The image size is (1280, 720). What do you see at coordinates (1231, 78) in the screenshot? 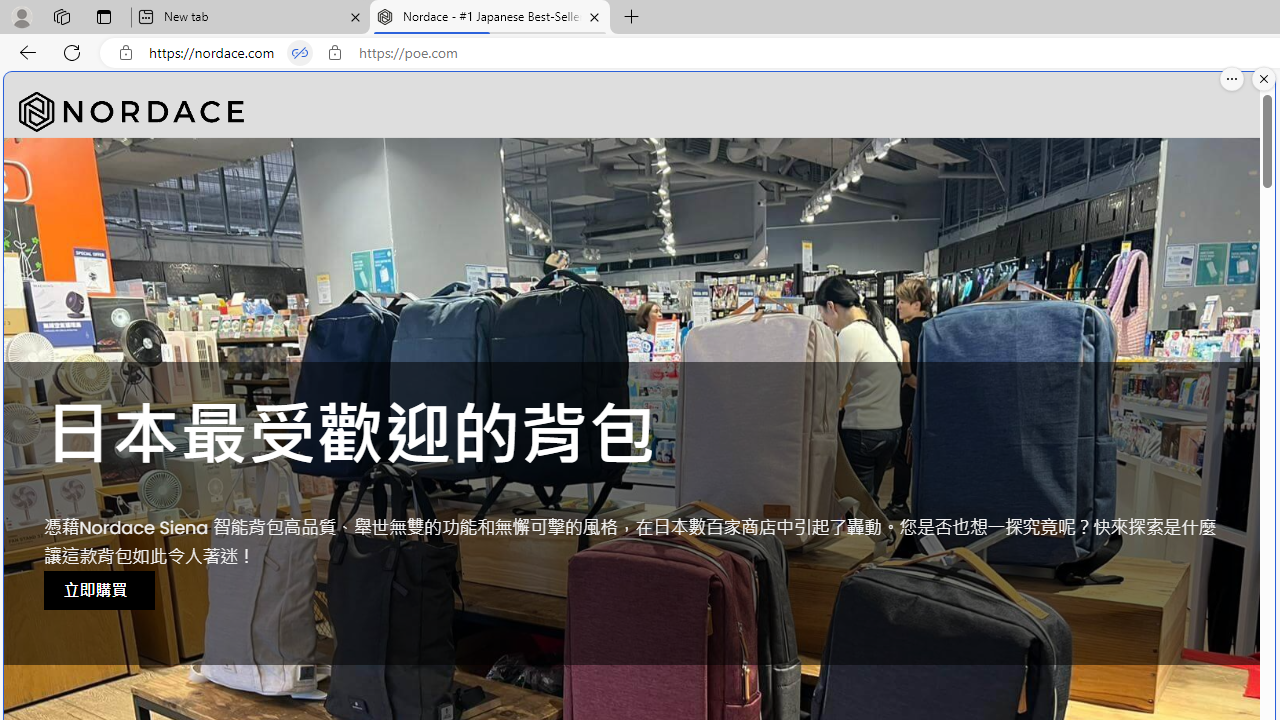
I see `'More options.'` at bounding box center [1231, 78].